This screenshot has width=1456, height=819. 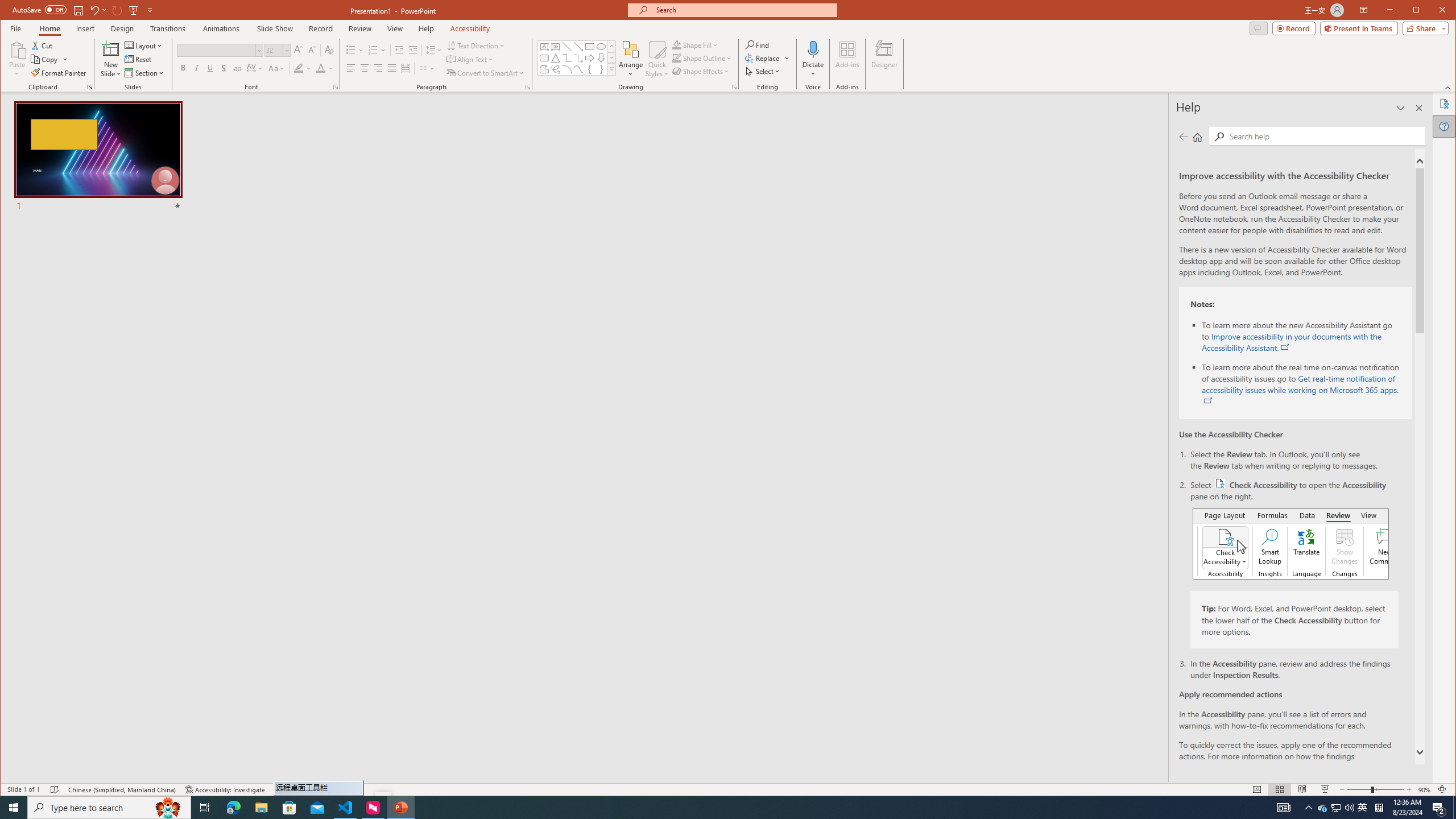 I want to click on 'Text Direction', so click(x=475, y=45).